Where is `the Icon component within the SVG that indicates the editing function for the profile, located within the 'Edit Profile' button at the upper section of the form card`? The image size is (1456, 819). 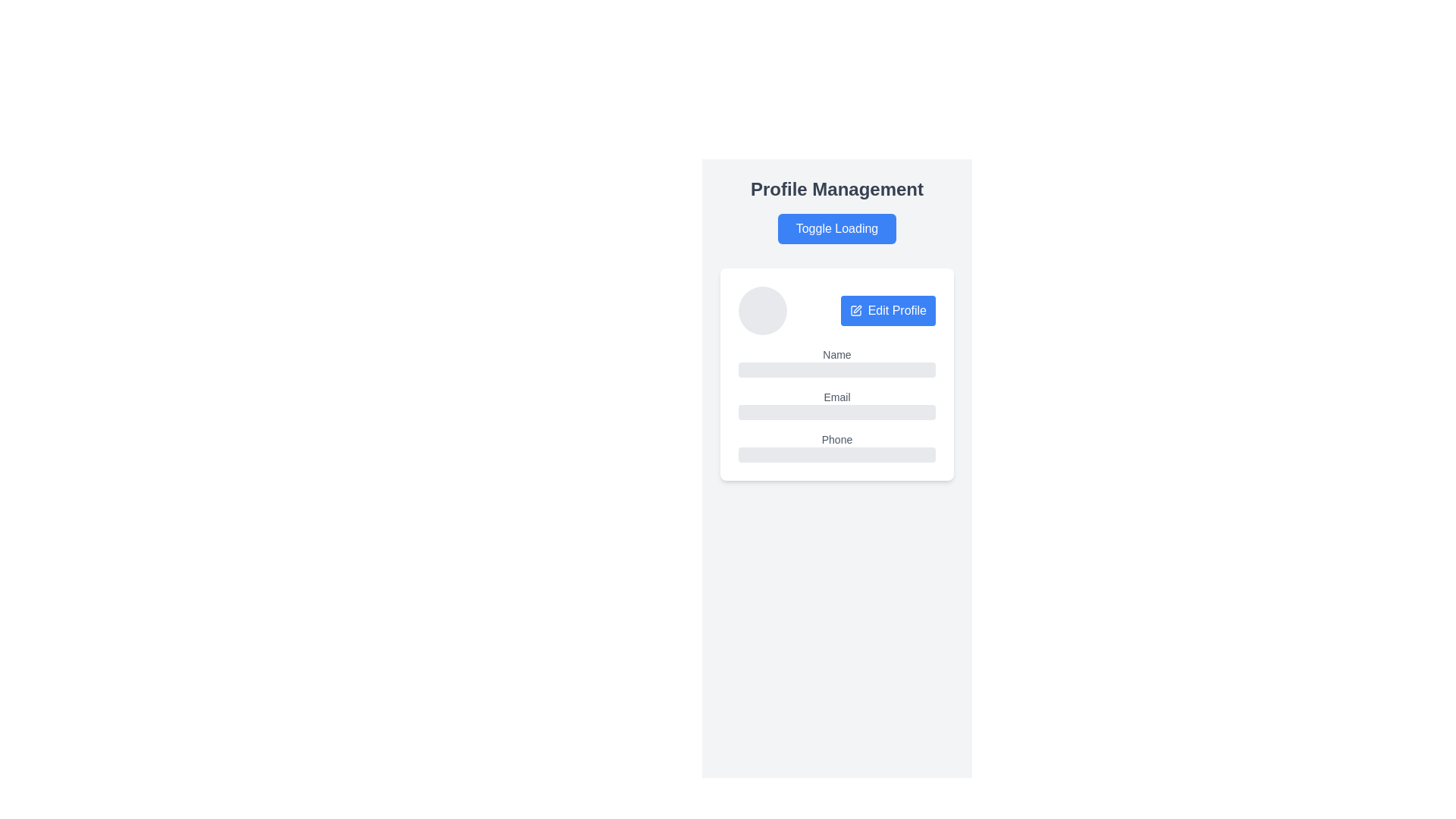 the Icon component within the SVG that indicates the editing function for the profile, located within the 'Edit Profile' button at the upper section of the form card is located at coordinates (857, 309).